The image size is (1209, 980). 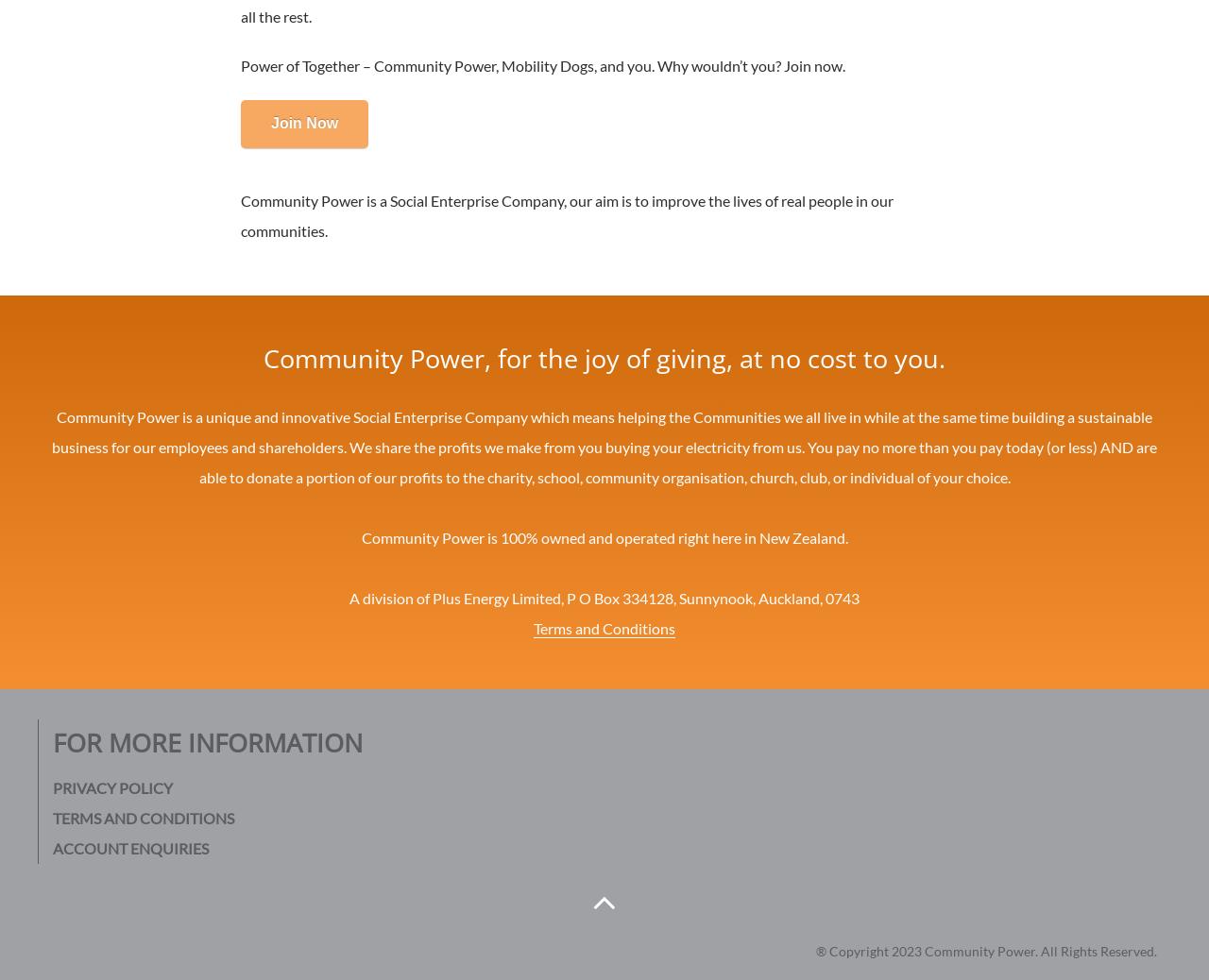 I want to click on '® Copyright 2023 Community Power. All Rights Reserved.', so click(x=985, y=950).